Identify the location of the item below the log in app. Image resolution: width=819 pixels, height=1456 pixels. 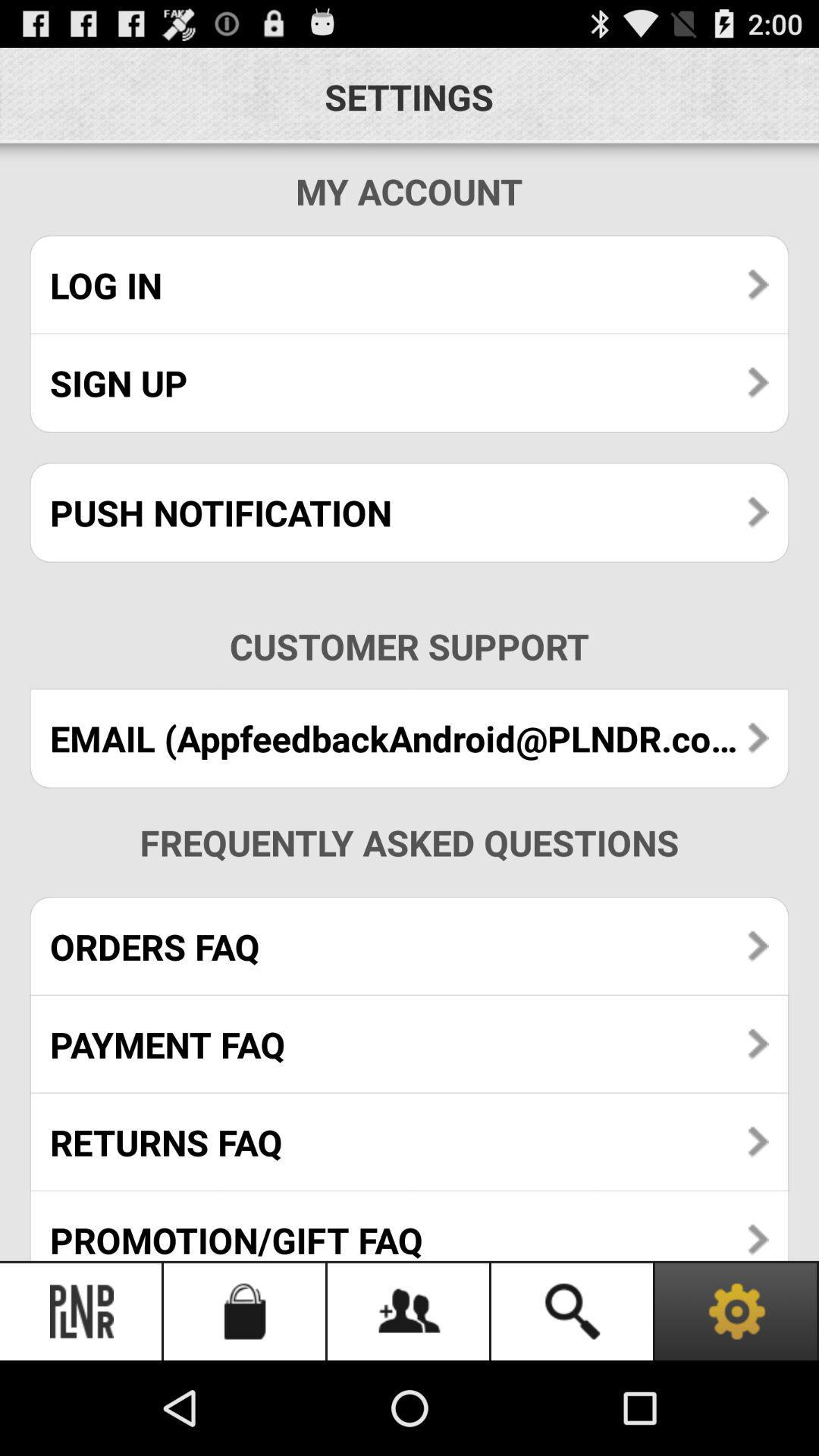
(409, 383).